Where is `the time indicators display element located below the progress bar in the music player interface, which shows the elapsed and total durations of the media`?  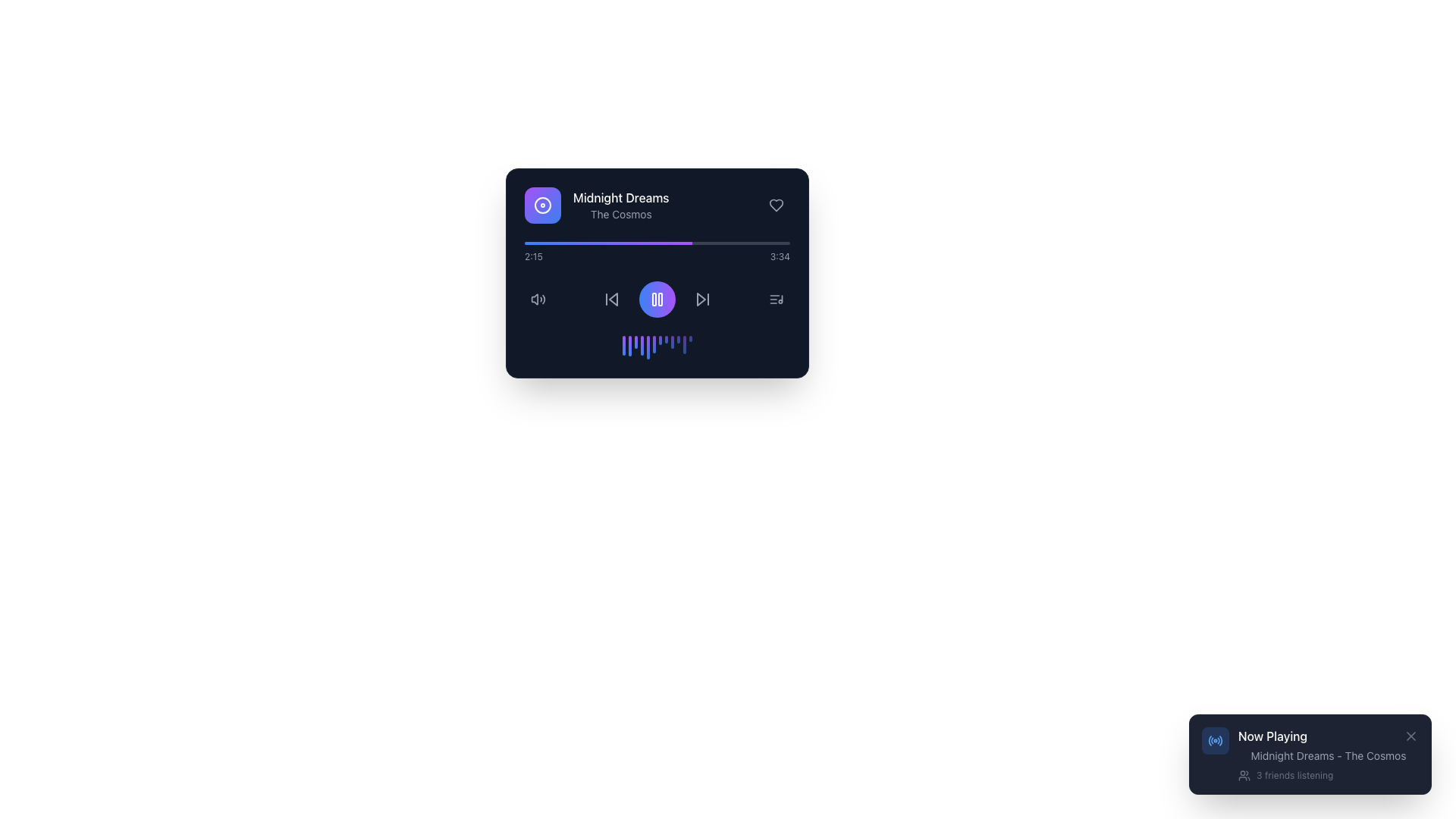 the time indicators display element located below the progress bar in the music player interface, which shows the elapsed and total durations of the media is located at coordinates (657, 256).